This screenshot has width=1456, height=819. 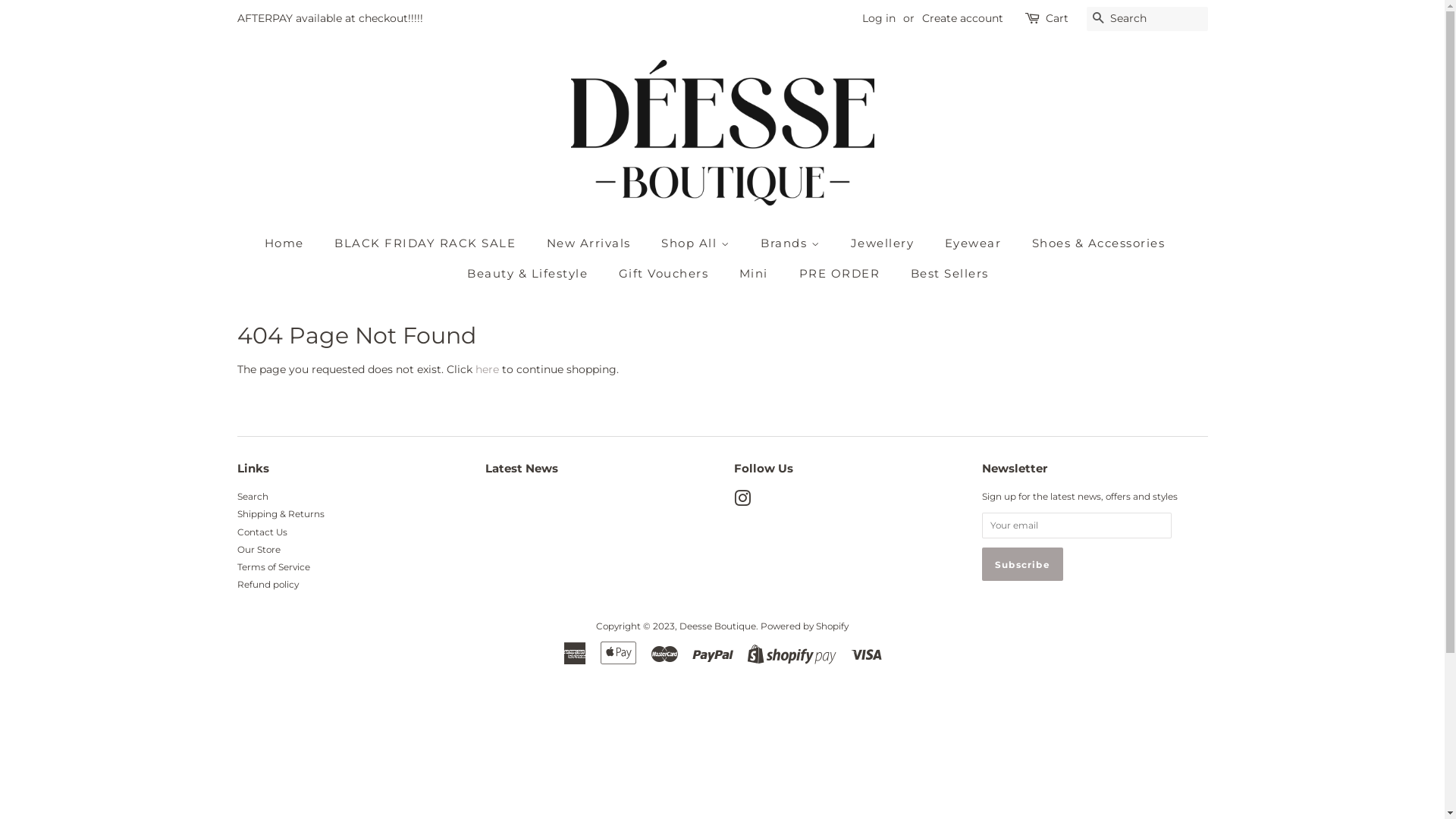 What do you see at coordinates (696, 242) in the screenshot?
I see `'Shop All'` at bounding box center [696, 242].